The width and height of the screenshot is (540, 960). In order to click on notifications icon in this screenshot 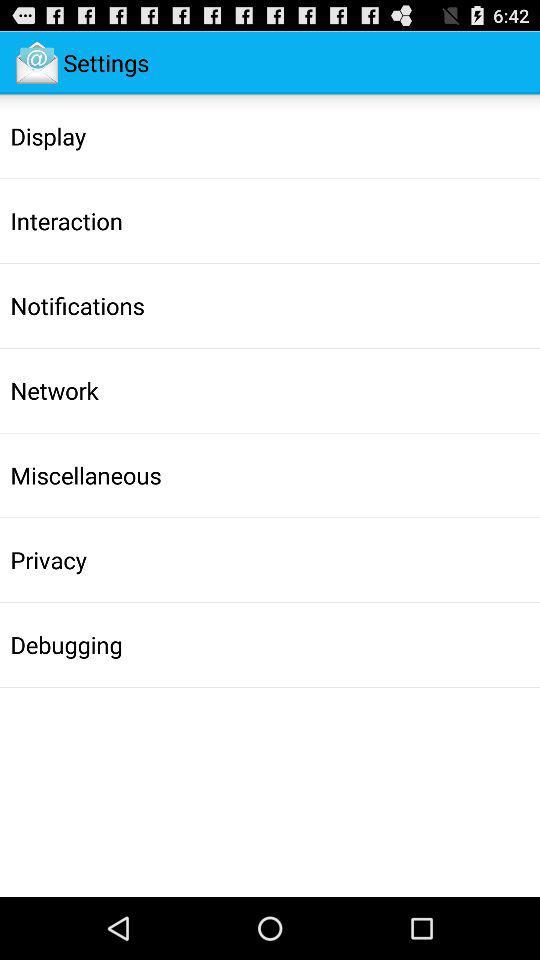, I will do `click(76, 305)`.